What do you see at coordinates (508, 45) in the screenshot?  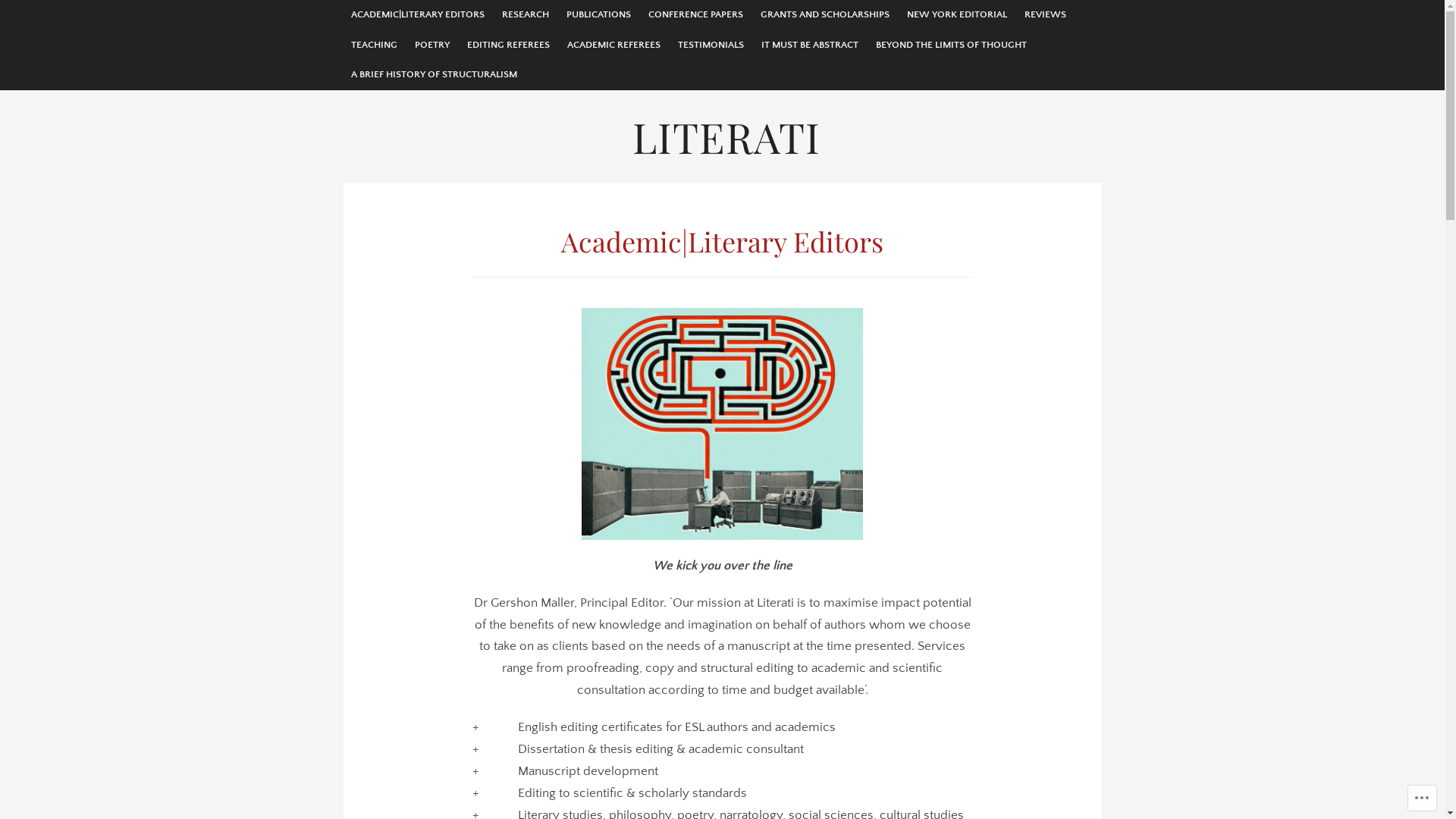 I see `'EDITING REFEREES'` at bounding box center [508, 45].